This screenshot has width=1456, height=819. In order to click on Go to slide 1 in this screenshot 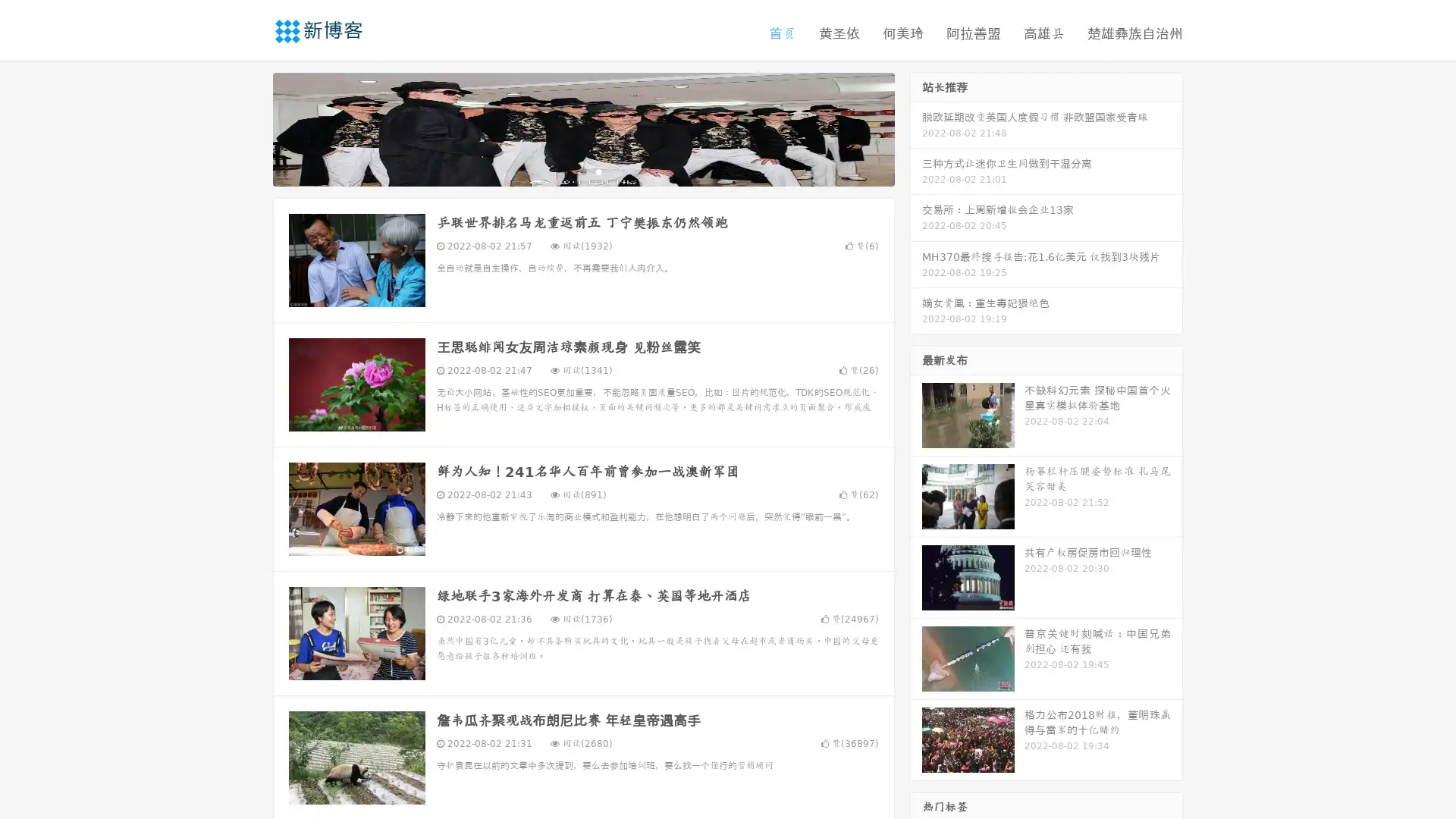, I will do `click(567, 171)`.